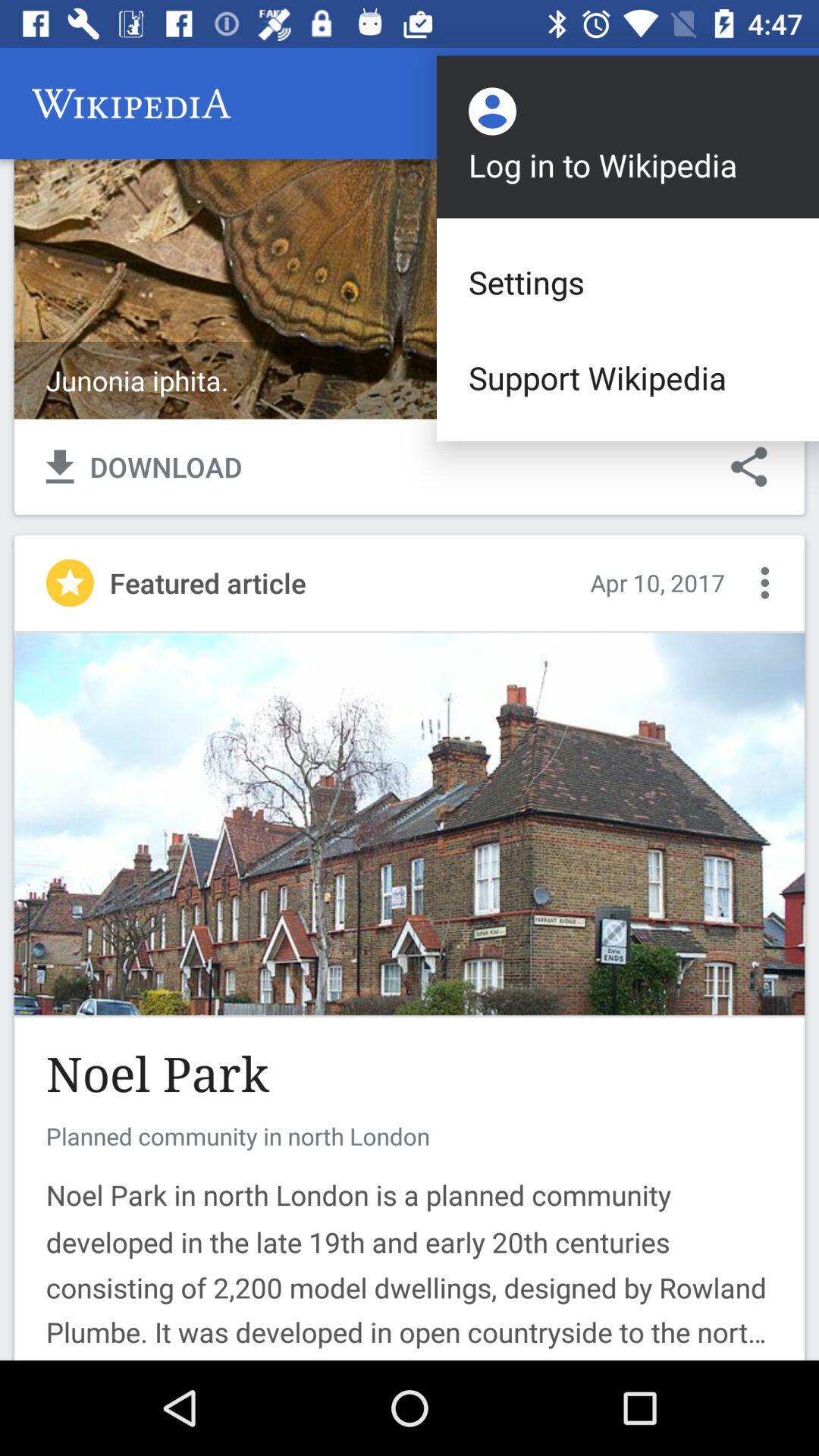 This screenshot has height=1456, width=819. What do you see at coordinates (628, 282) in the screenshot?
I see `the icon below the log in to item` at bounding box center [628, 282].